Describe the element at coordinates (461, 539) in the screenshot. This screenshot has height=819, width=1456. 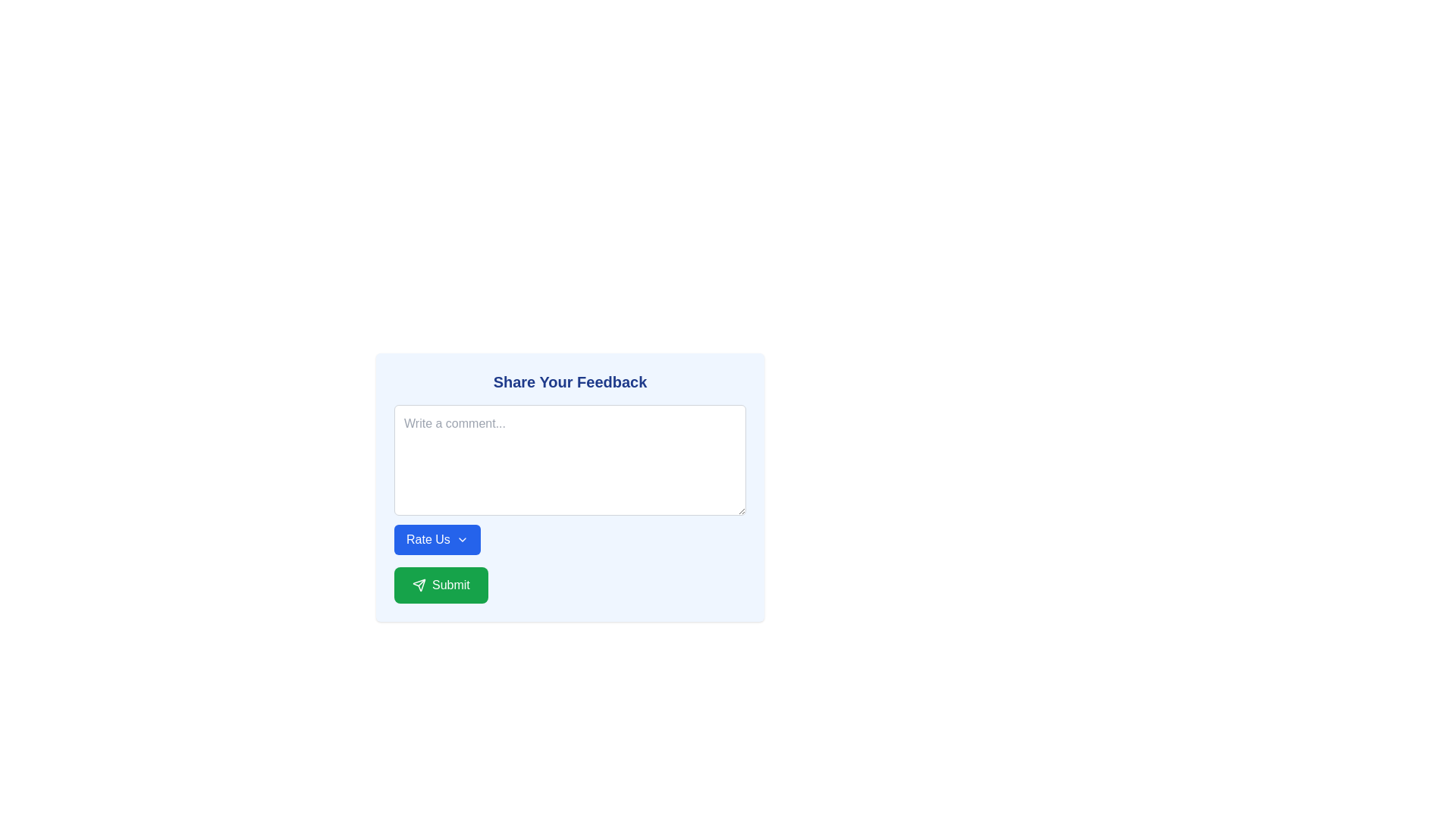
I see `the chevron icon located on the right side of the 'Rate Us' button` at that location.